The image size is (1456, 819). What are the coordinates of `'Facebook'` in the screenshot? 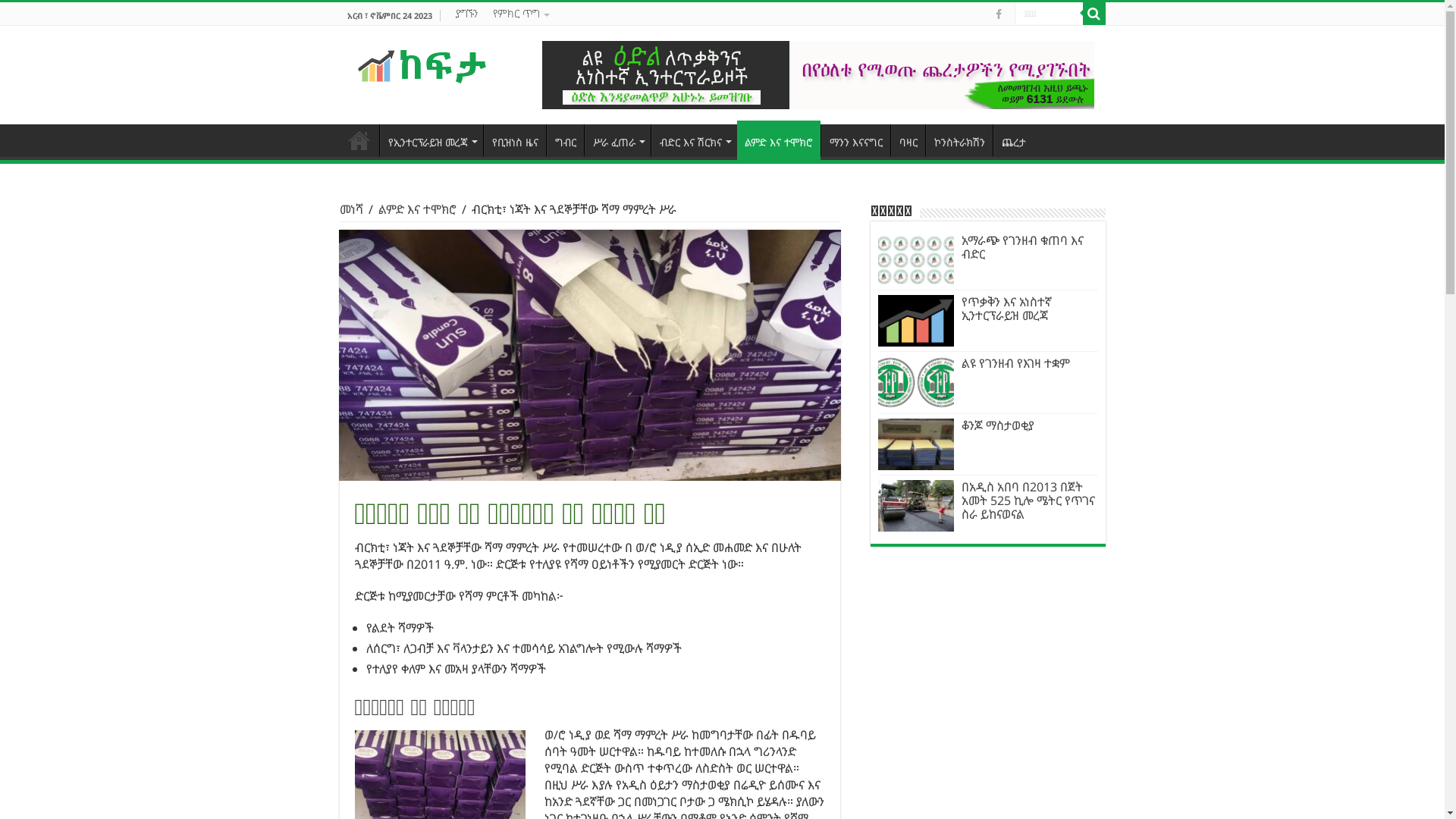 It's located at (997, 14).